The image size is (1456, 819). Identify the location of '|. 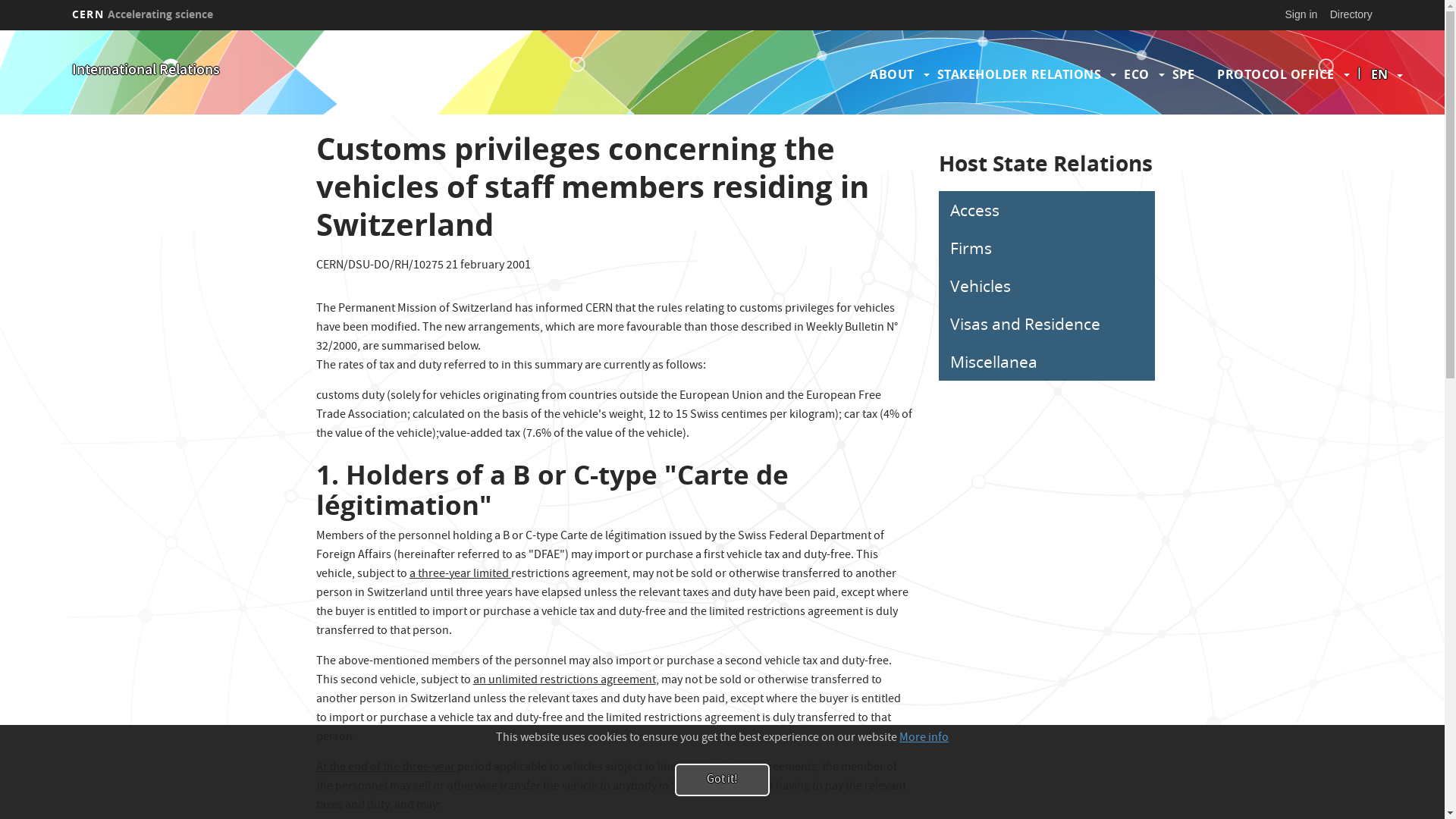
(1379, 74).